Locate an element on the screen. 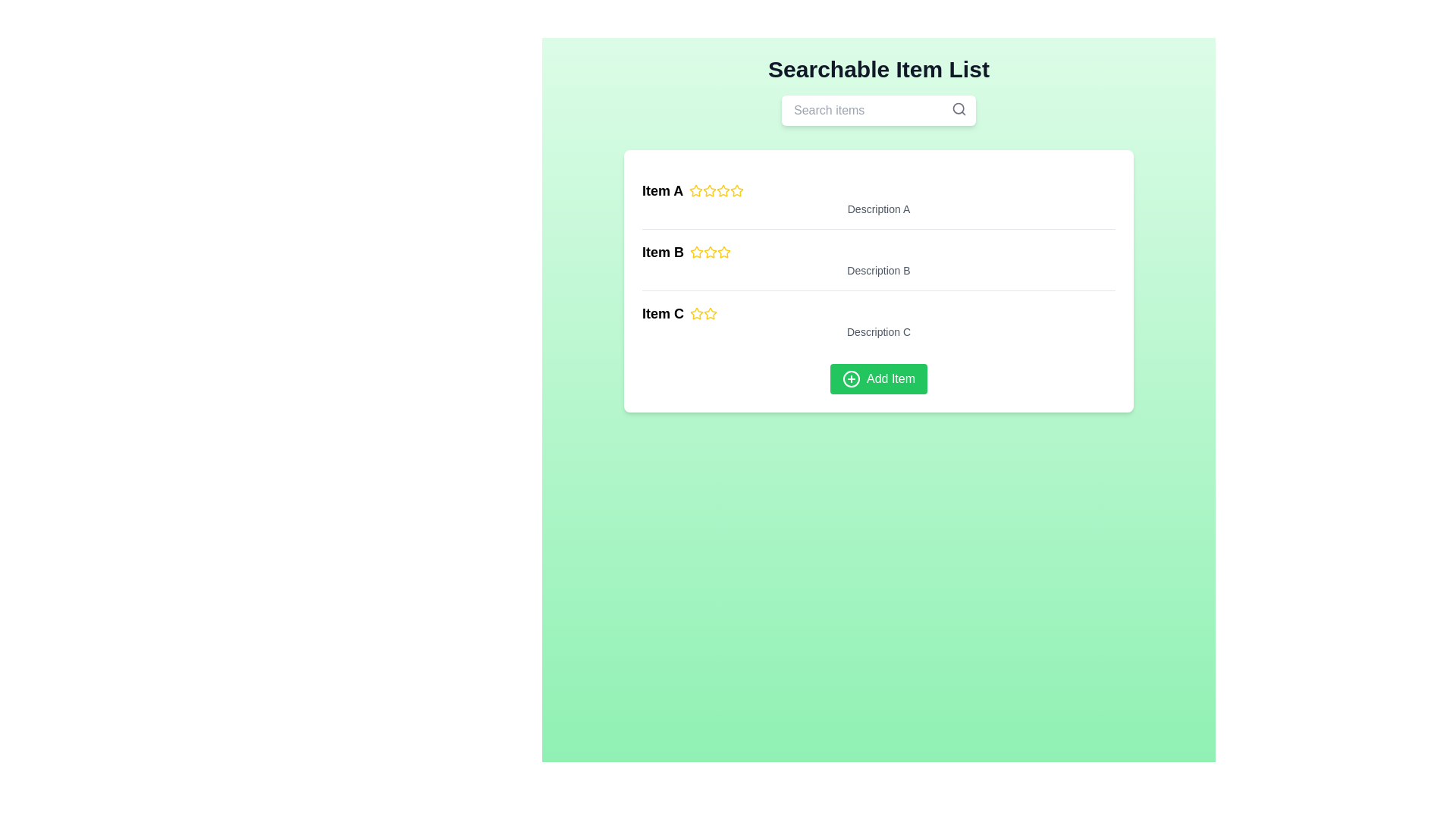 The height and width of the screenshot is (819, 1456). the third yellow star icon in the rating section for 'Item A' is located at coordinates (723, 190).